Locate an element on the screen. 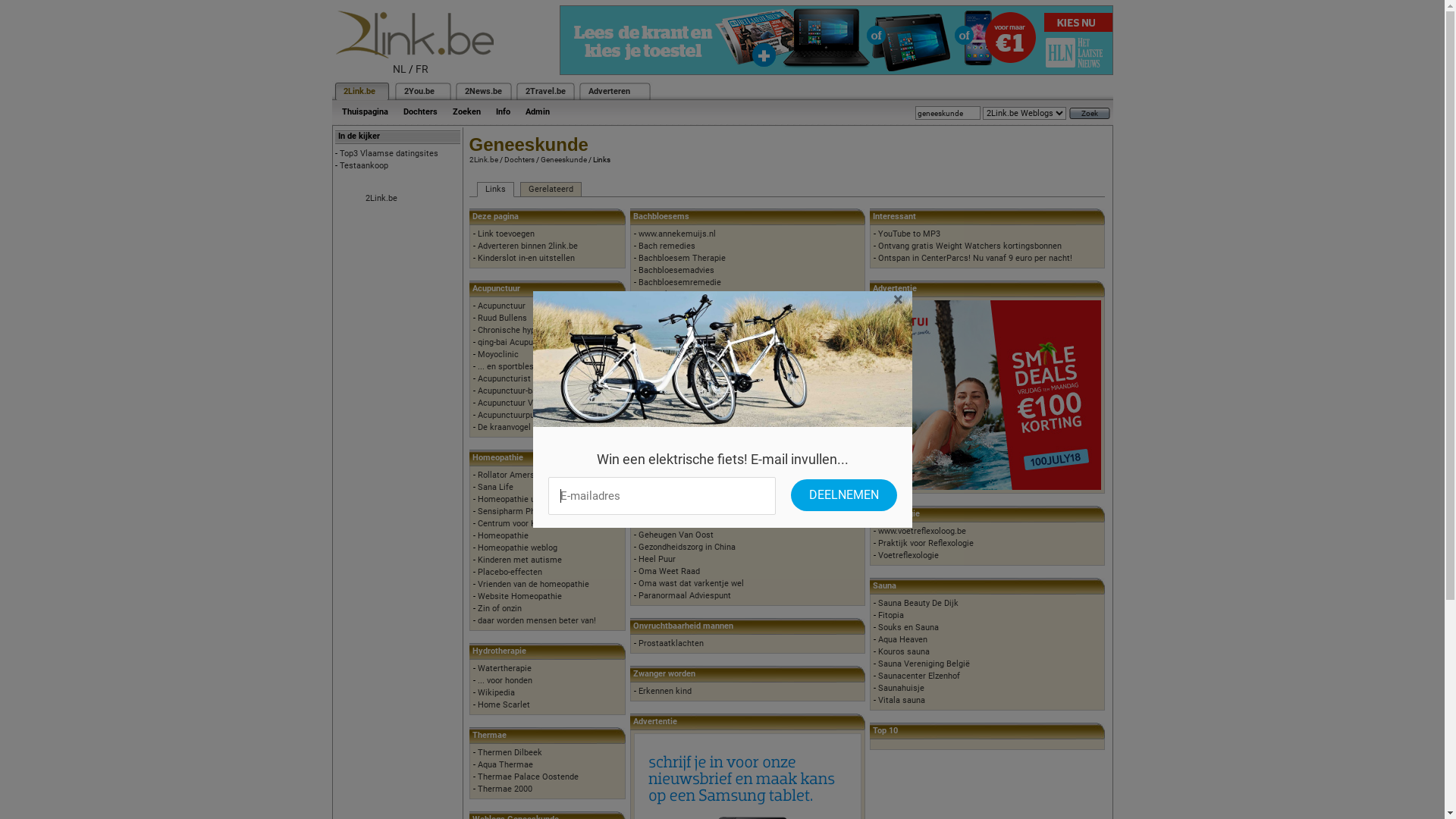 This screenshot has height=819, width=1456. '2Link.be' is located at coordinates (358, 91).